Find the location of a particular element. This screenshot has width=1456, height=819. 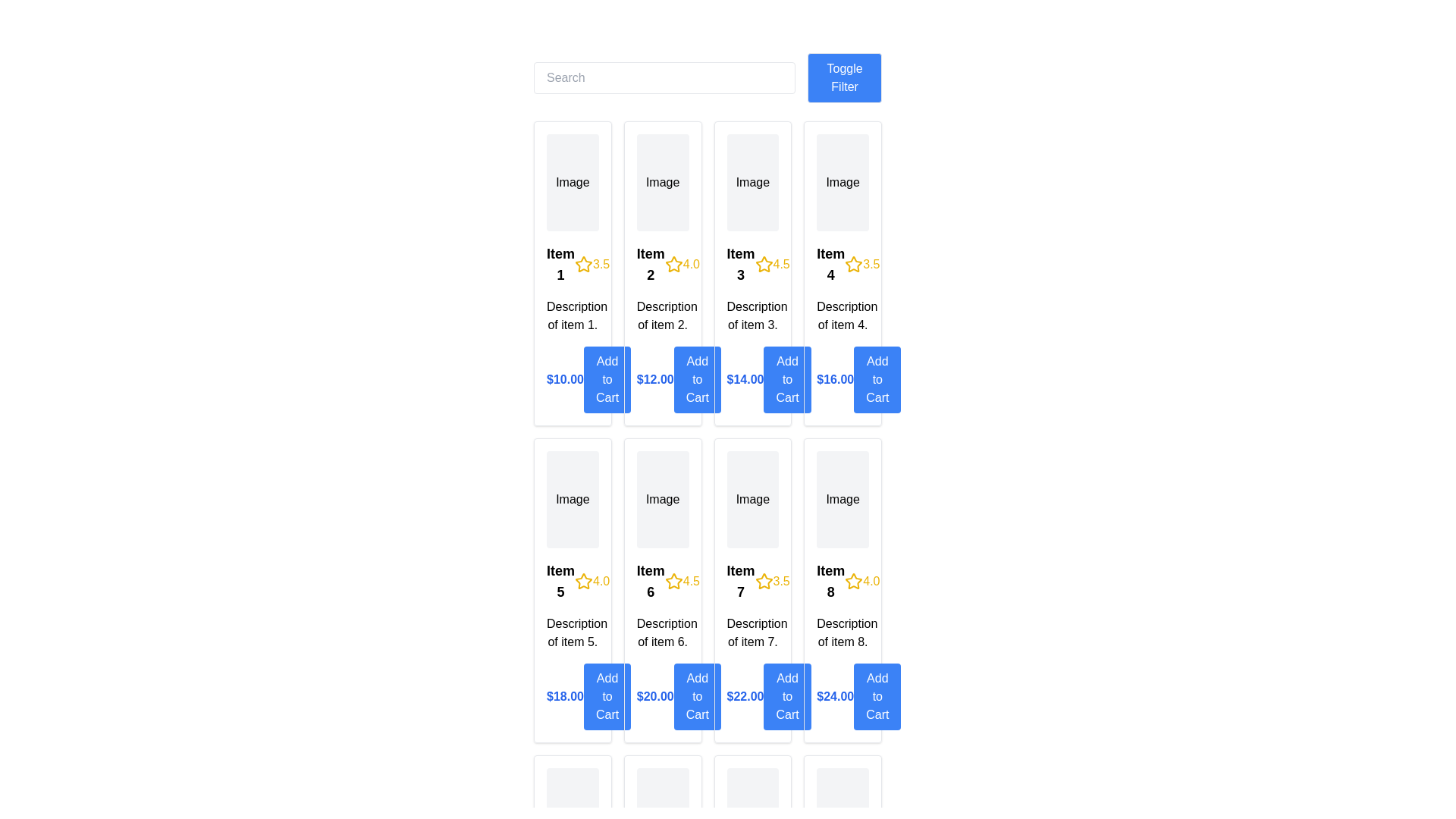

the Image placeholder element, which has a light gray background and the text 'Image' centered within it, located in the second row, first column of the grid for 'Item 5' is located at coordinates (572, 500).